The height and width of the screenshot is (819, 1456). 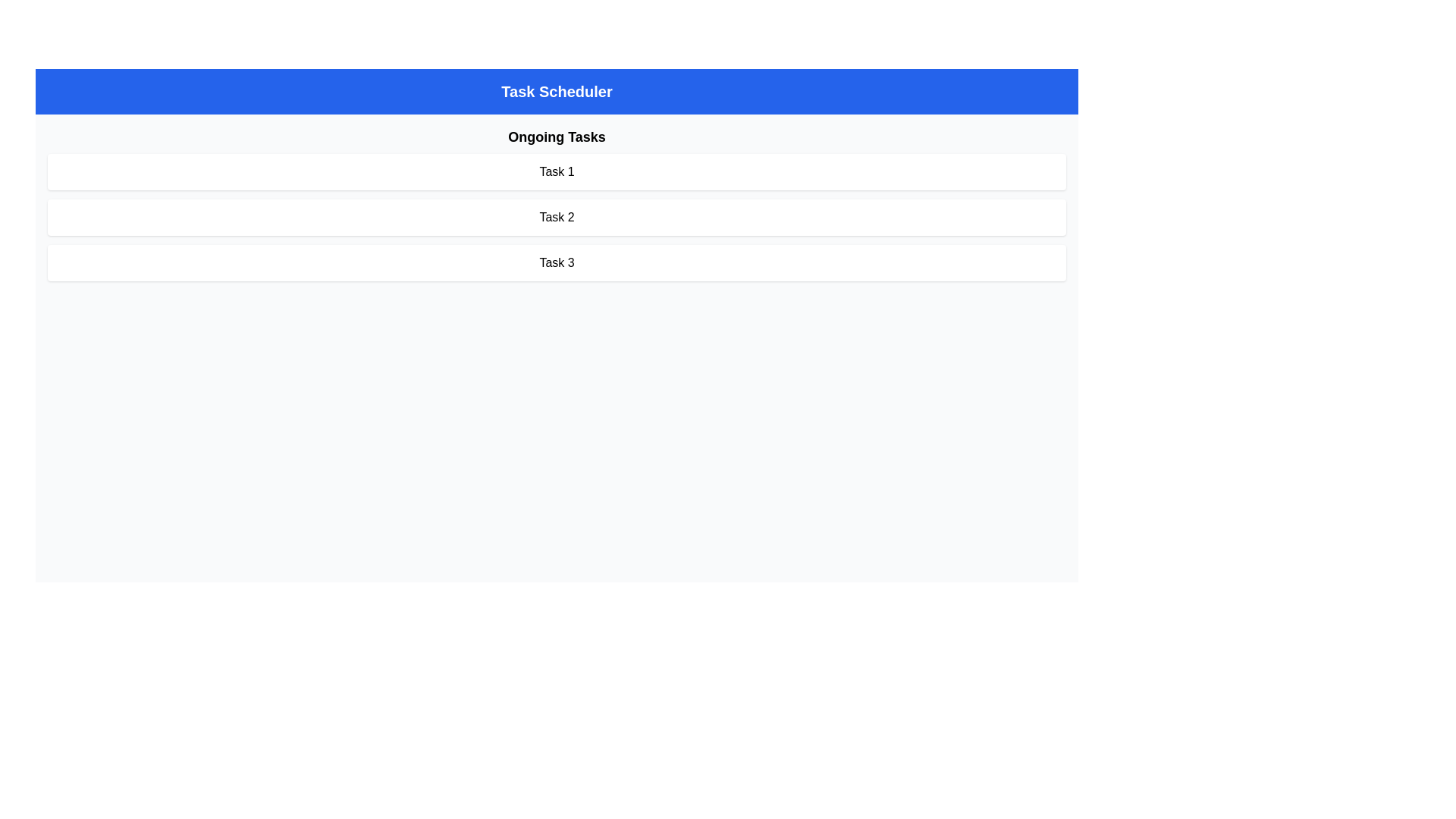 What do you see at coordinates (556, 217) in the screenshot?
I see `the second task label, which is labeled 'Task 2'` at bounding box center [556, 217].